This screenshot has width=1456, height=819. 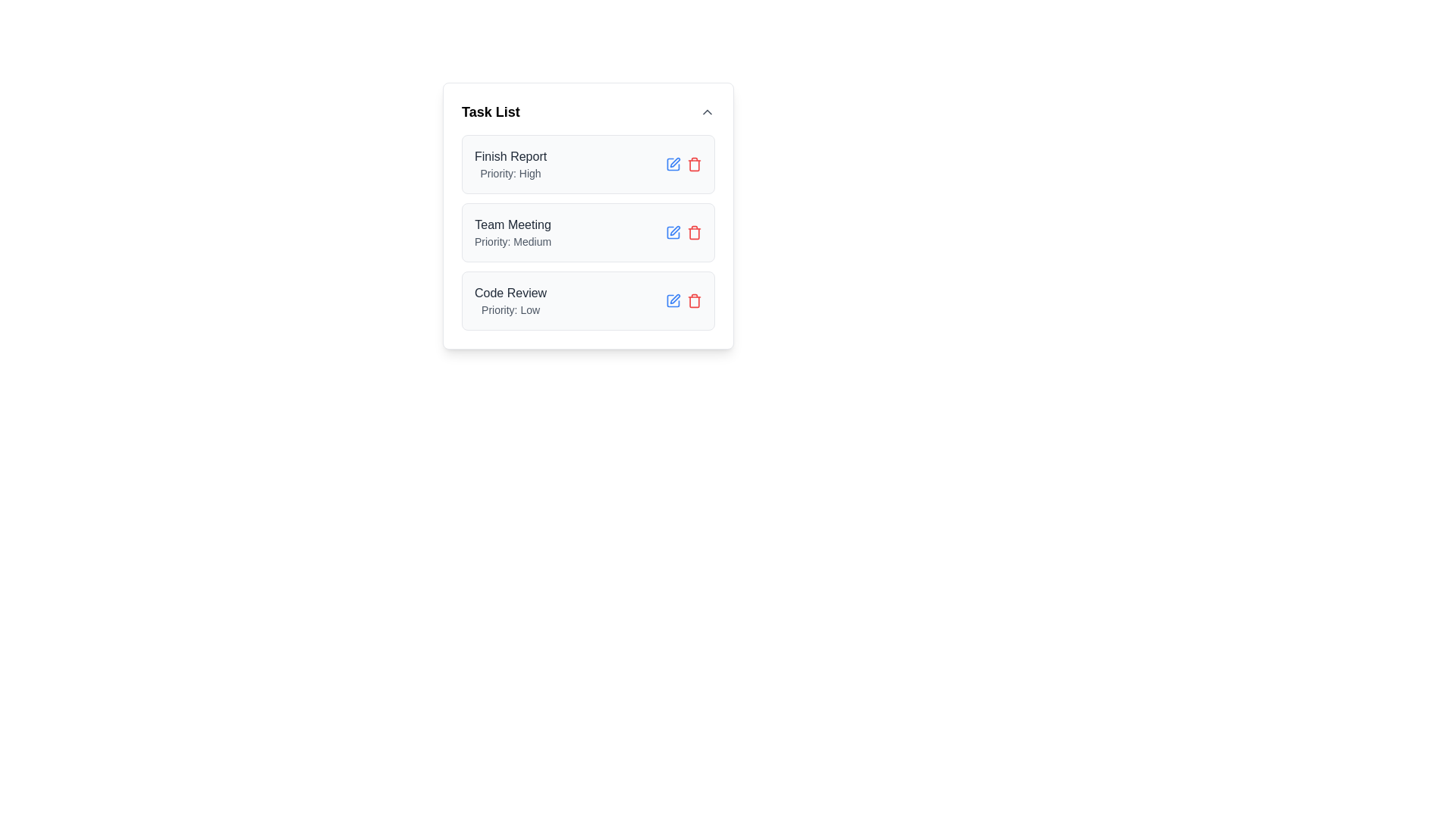 I want to click on the delete icon button located on the right side of the first task entry in the task list, so click(x=694, y=164).